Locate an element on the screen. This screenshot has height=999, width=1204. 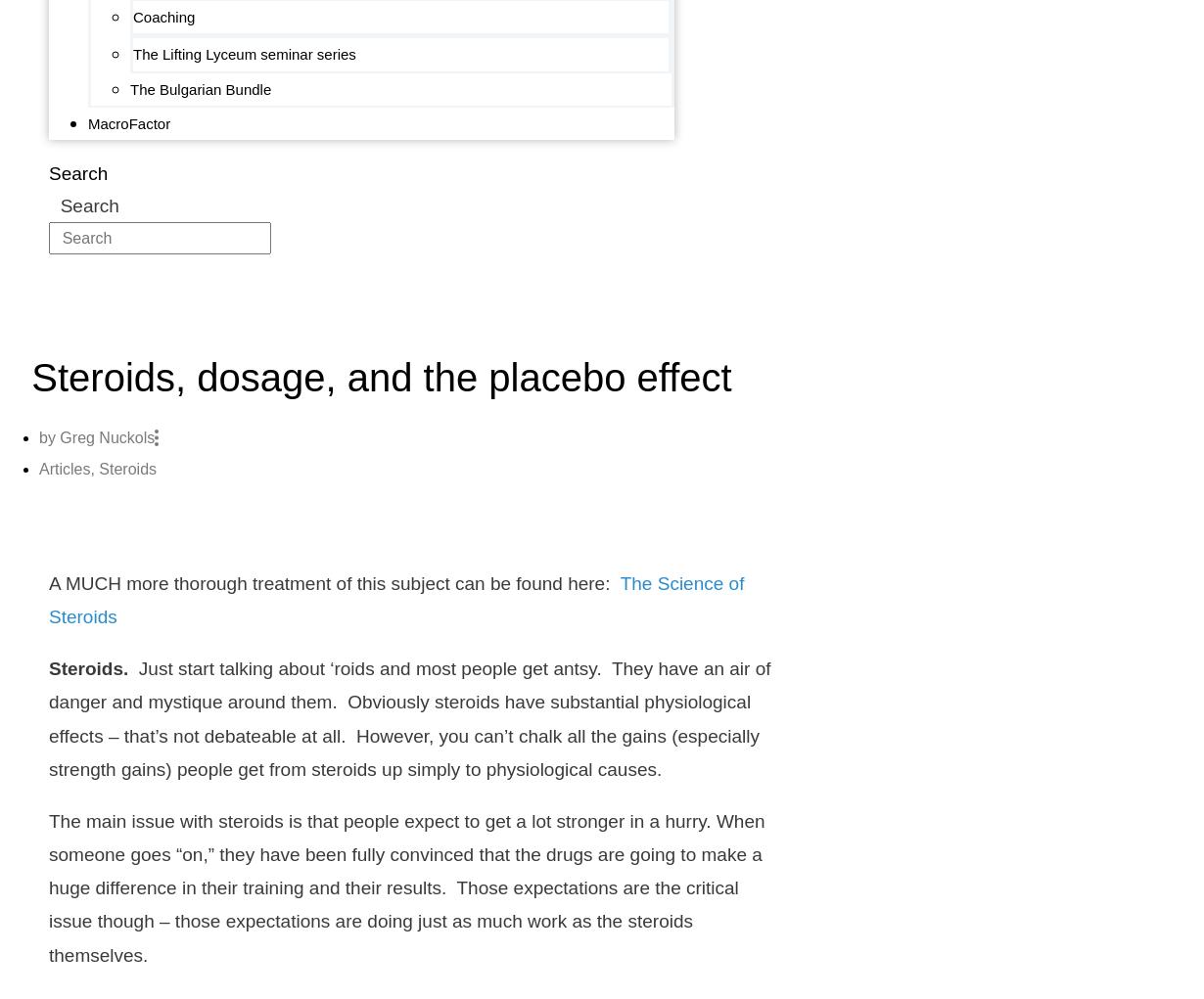
'Steroids.' is located at coordinates (88, 668).